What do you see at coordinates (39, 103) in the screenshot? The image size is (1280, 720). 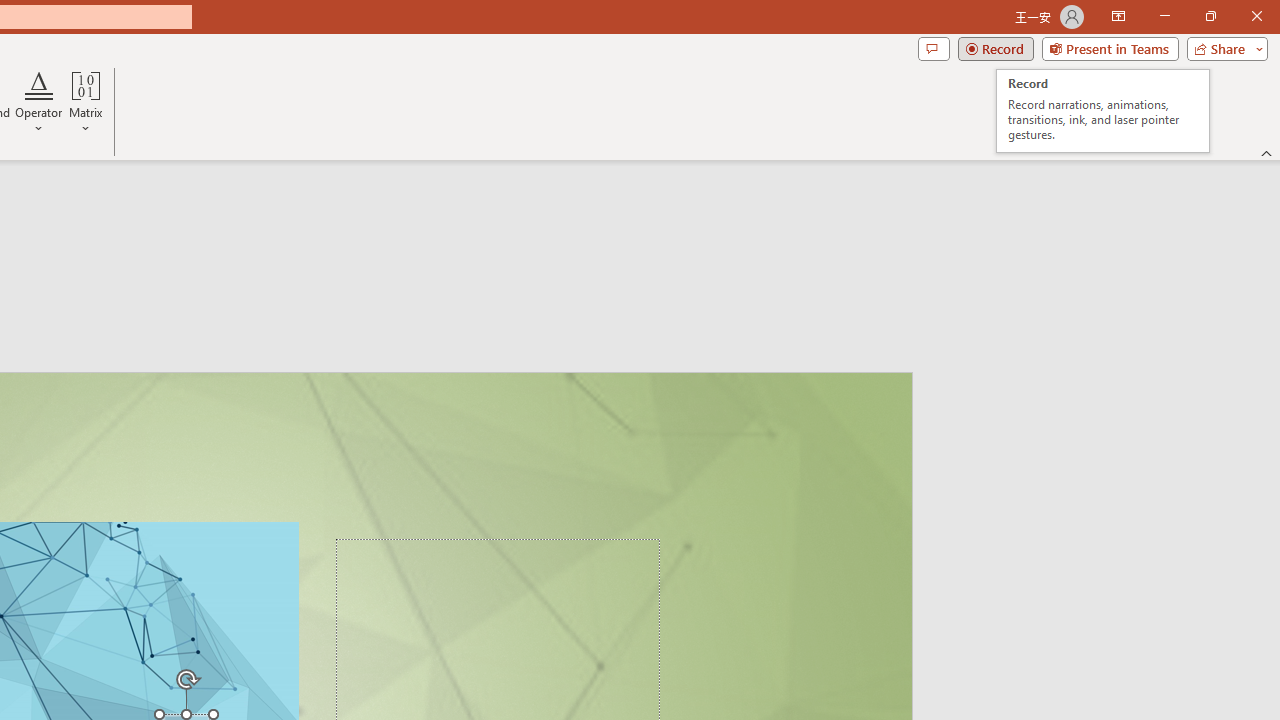 I see `'Operator'` at bounding box center [39, 103].